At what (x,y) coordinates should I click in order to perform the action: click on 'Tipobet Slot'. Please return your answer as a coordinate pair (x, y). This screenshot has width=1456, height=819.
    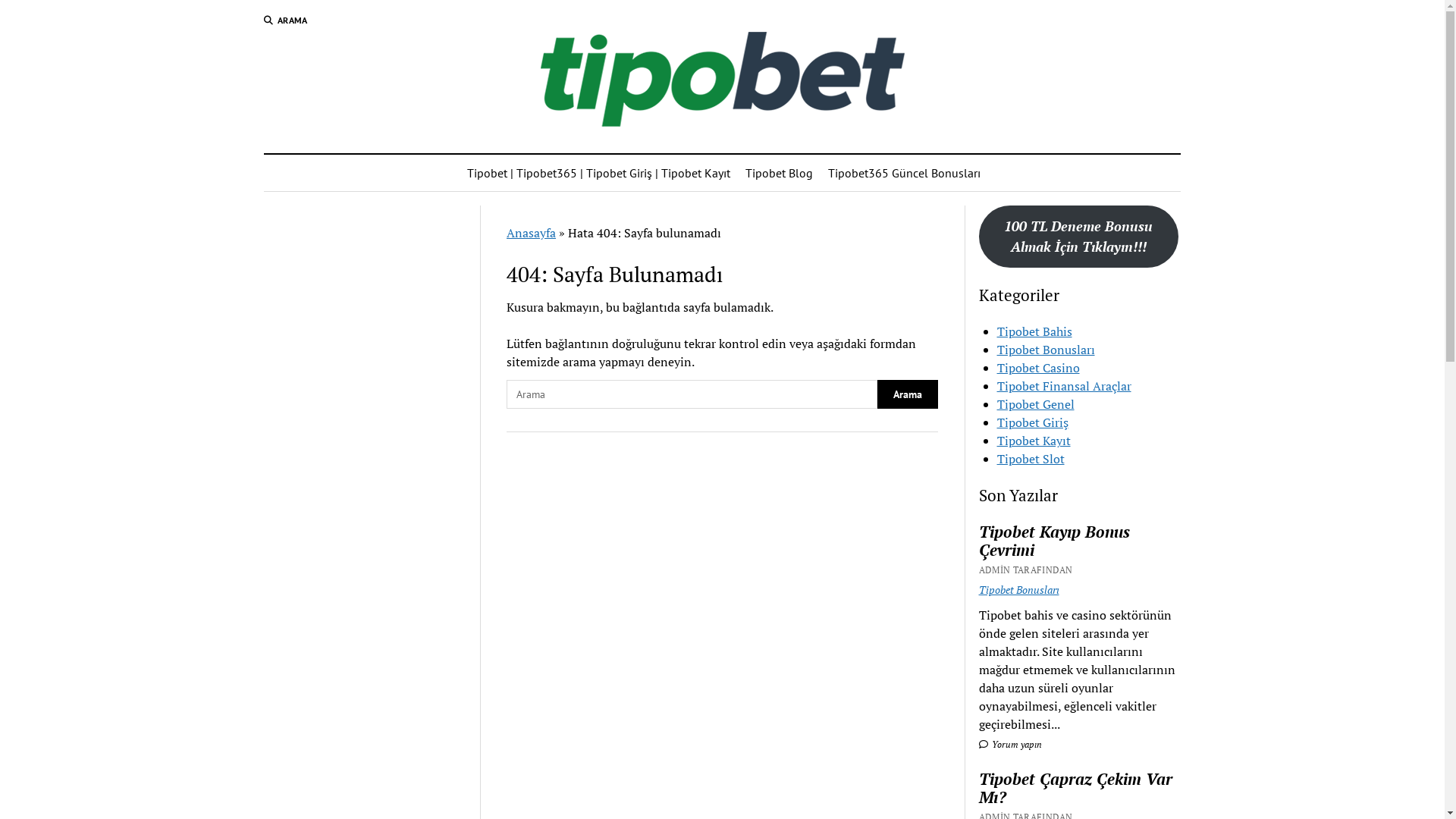
    Looking at the image, I should click on (1031, 458).